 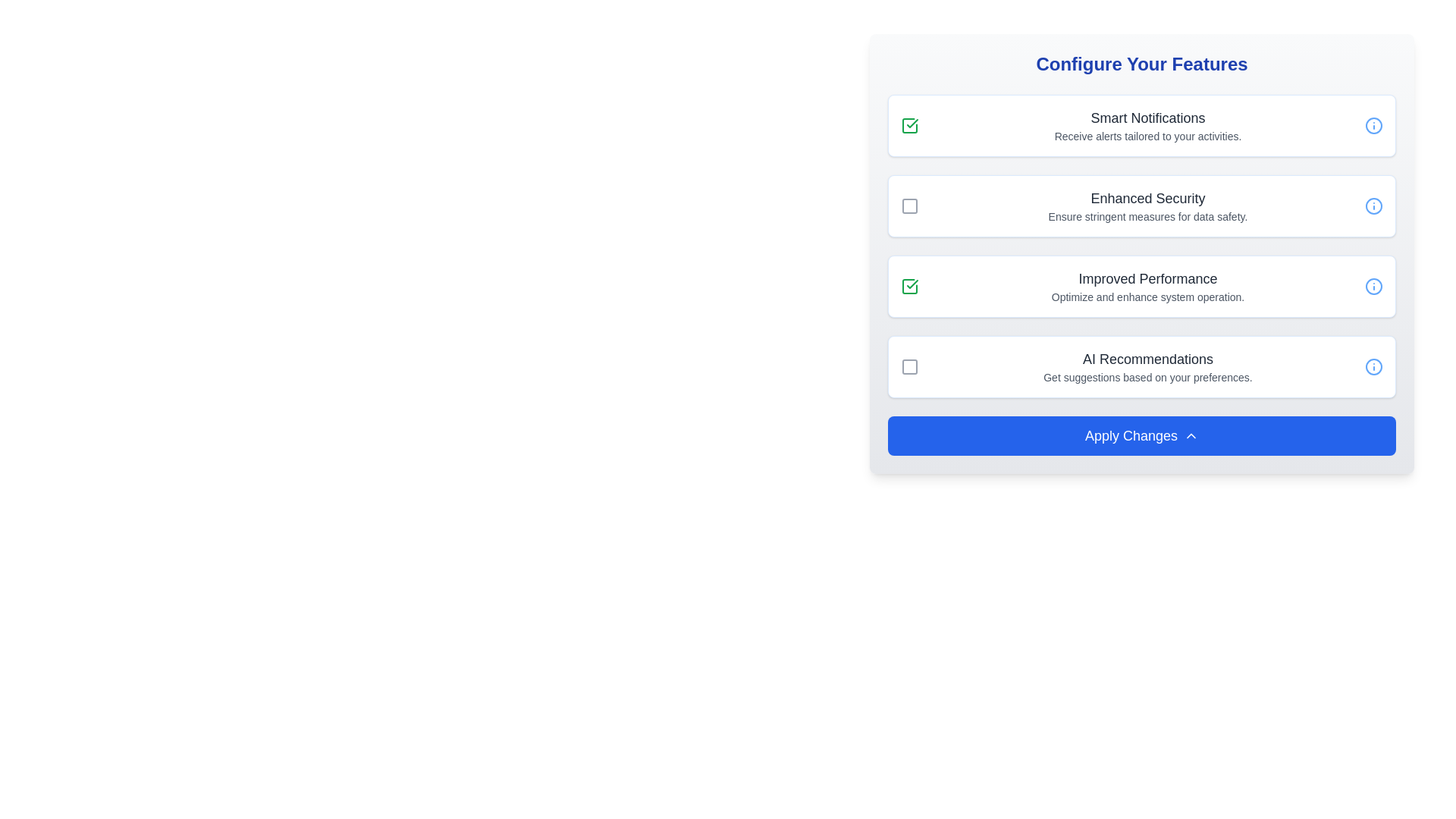 I want to click on the unselected inner rectangle of the checkbox for the 'Enhanced Security' feature, which is visually a small light gray rounded rectangle positioned in the second row of checkboxes, so click(x=910, y=206).